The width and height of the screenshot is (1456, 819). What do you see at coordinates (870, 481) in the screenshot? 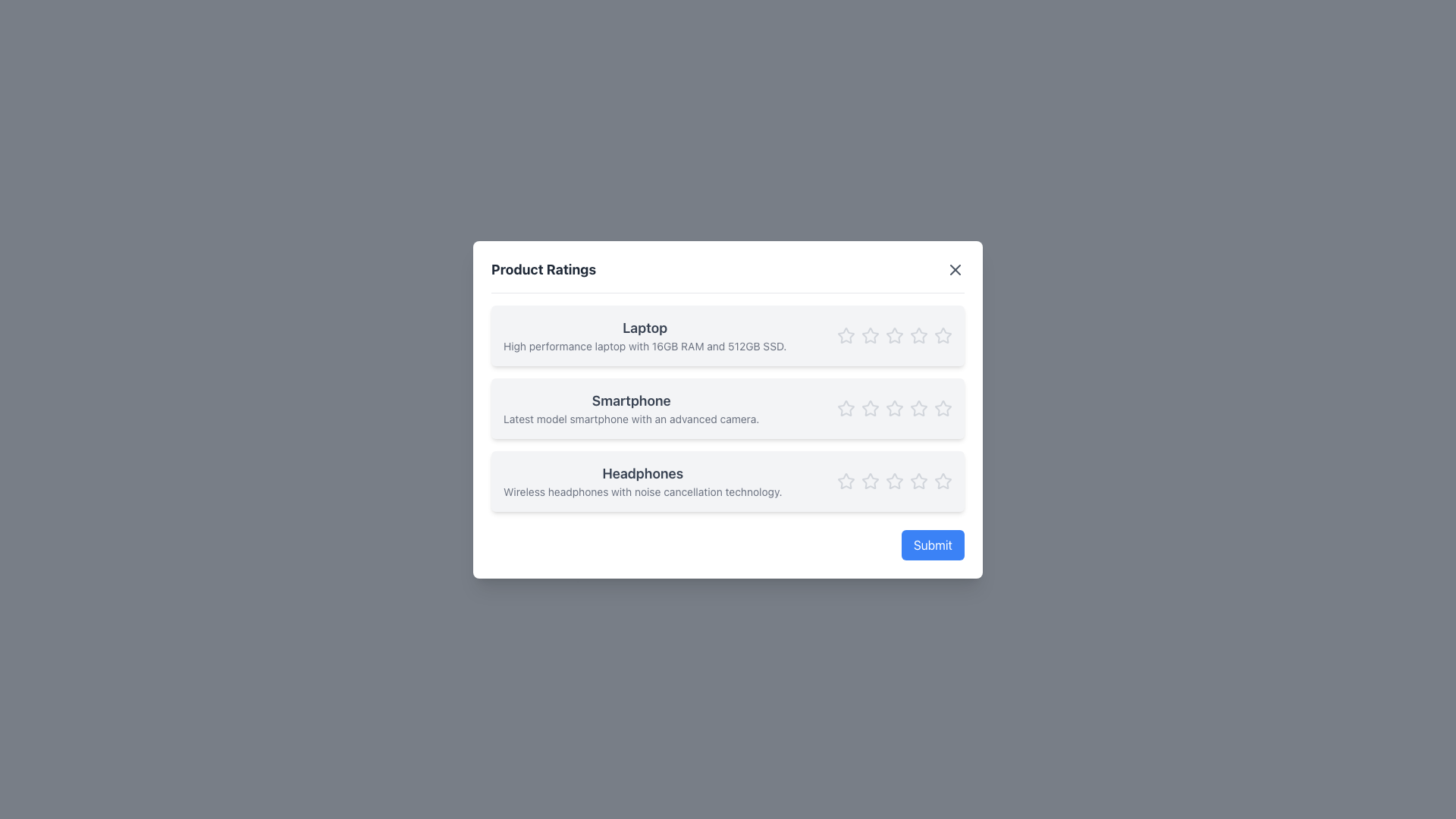
I see `the first star icon in the horizontal group of five stars for the 'Headphones' product ratings, which is currently unselected and outlined in gray` at bounding box center [870, 481].